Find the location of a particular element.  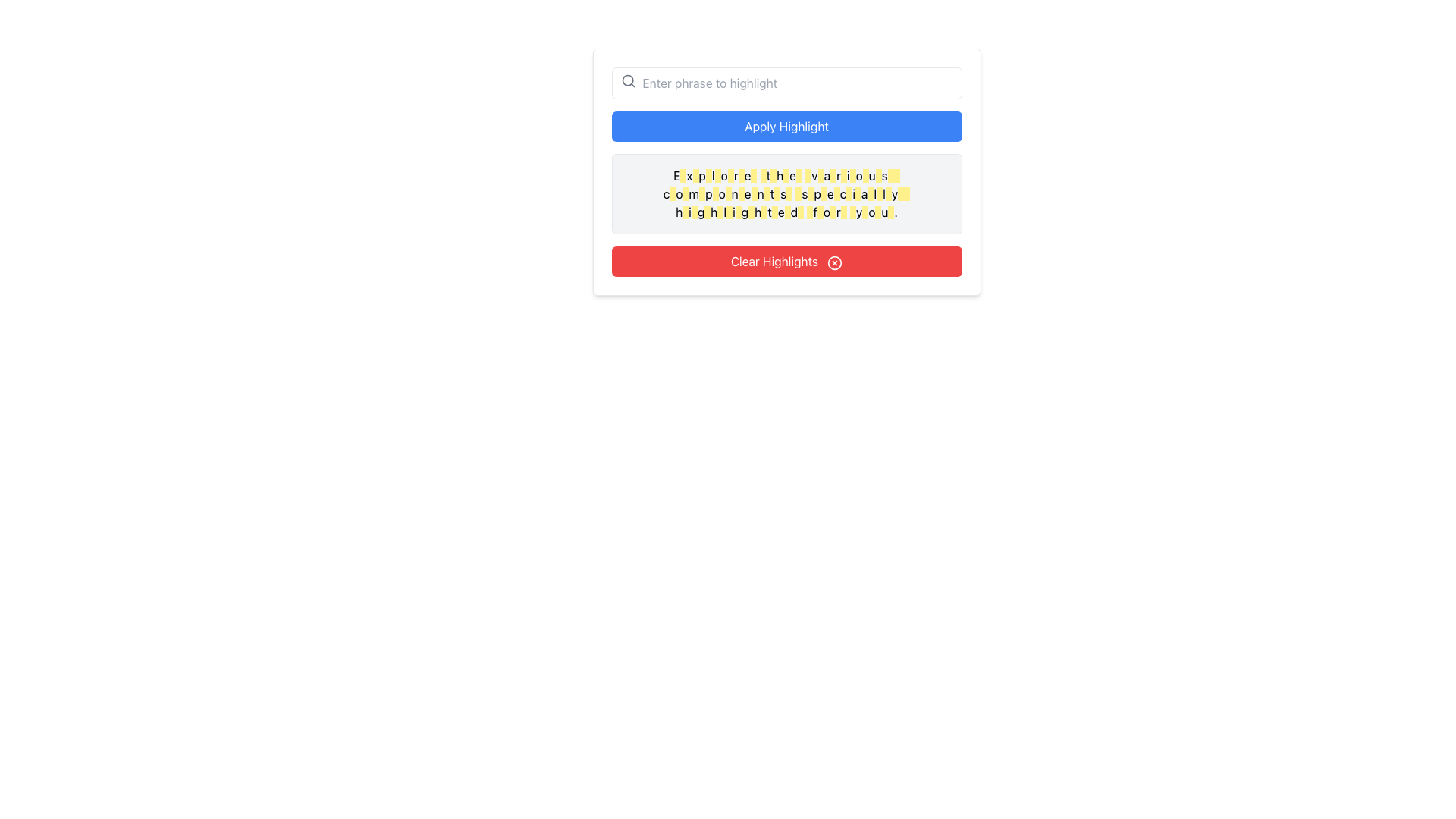

styles or attributes of the highlighted text segment with a yellow background and dark mustard text, which is the 10th inline component in the third line of highlighted structures is located at coordinates (787, 212).